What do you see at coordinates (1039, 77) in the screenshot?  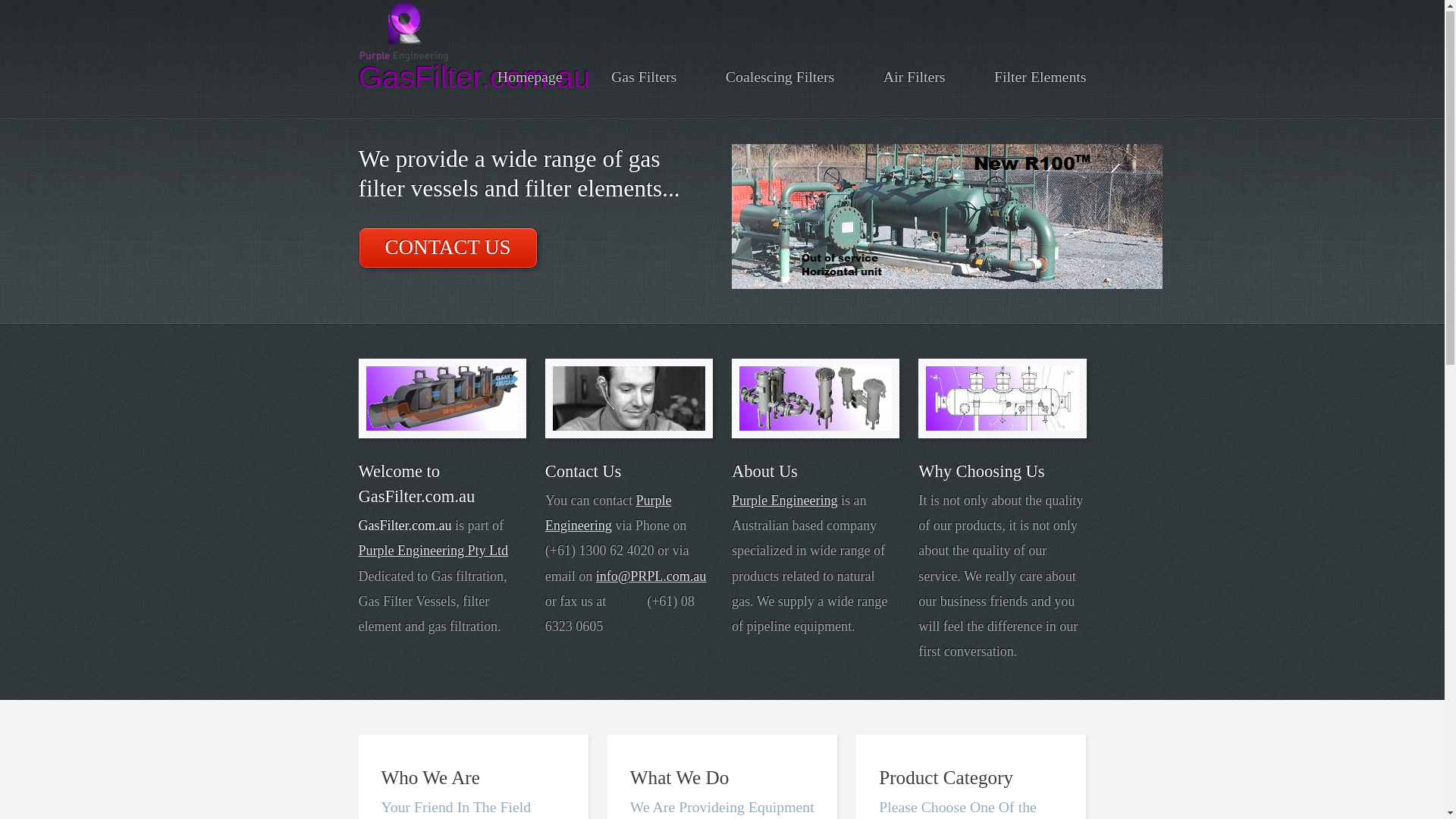 I see `'Filter Elements'` at bounding box center [1039, 77].